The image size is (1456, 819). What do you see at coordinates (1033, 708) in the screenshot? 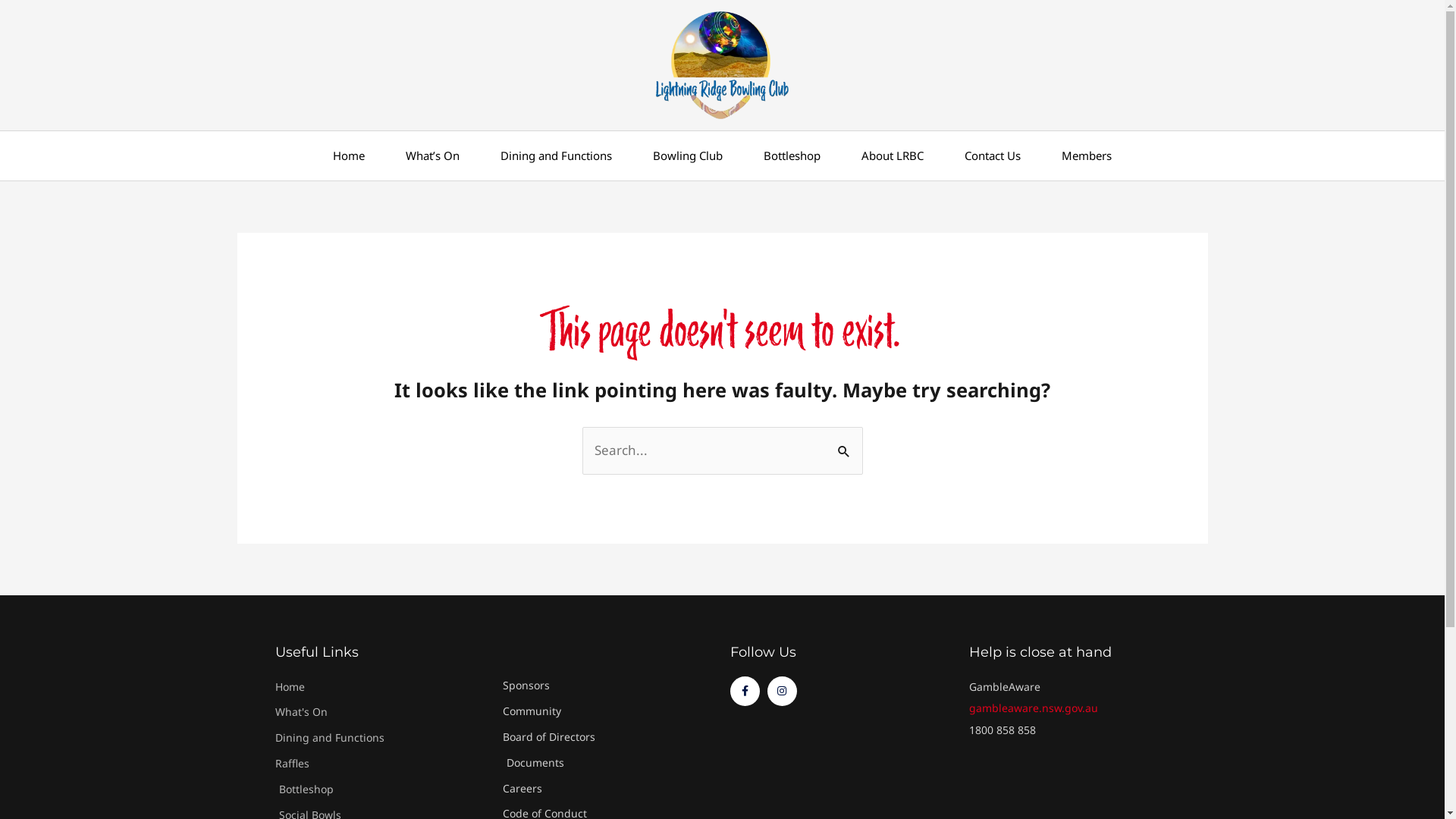
I see `'gambleaware.nsw.gov.au'` at bounding box center [1033, 708].